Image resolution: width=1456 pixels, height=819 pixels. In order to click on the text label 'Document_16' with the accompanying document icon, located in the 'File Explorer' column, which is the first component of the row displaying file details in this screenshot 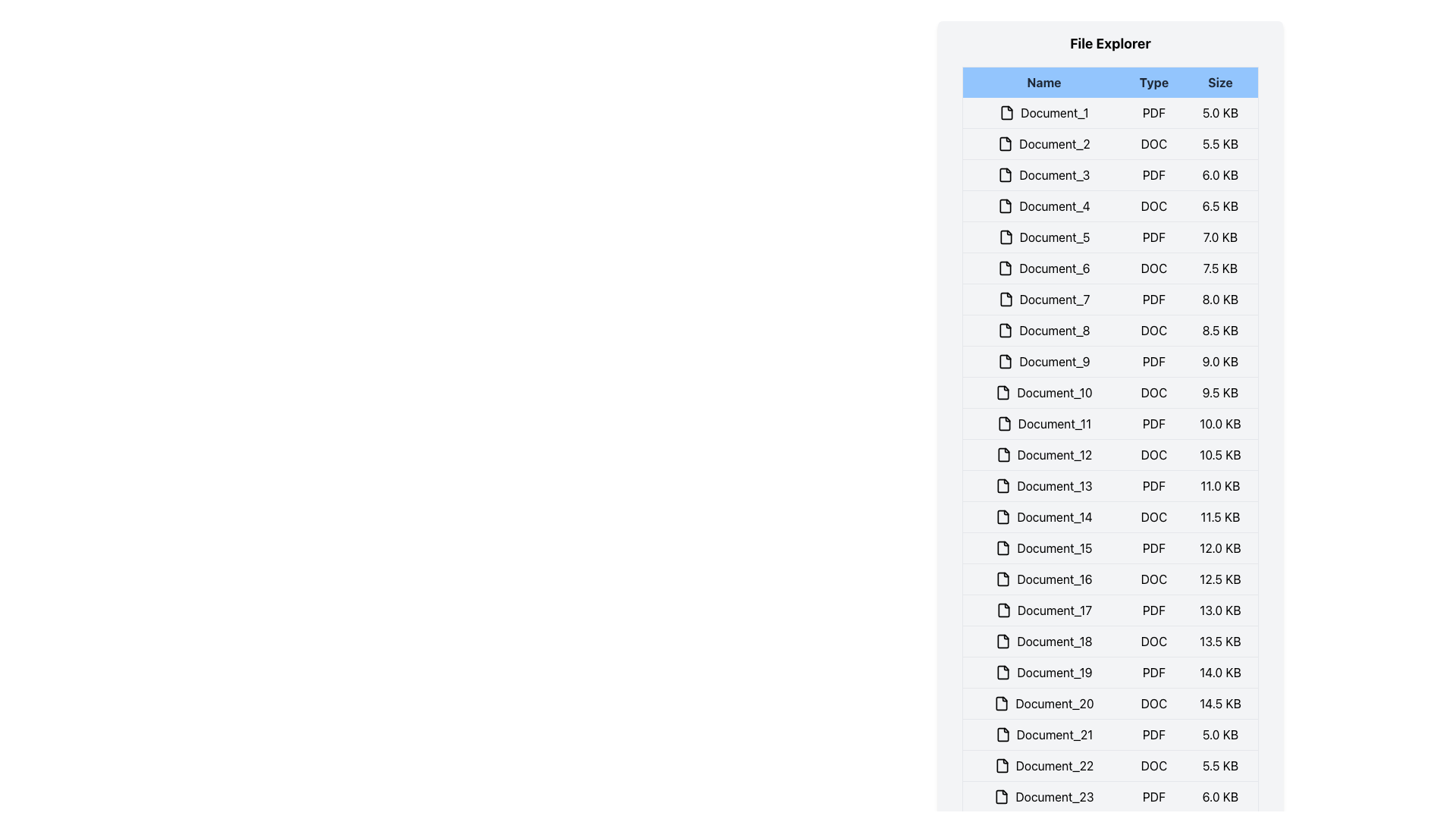, I will do `click(1043, 579)`.